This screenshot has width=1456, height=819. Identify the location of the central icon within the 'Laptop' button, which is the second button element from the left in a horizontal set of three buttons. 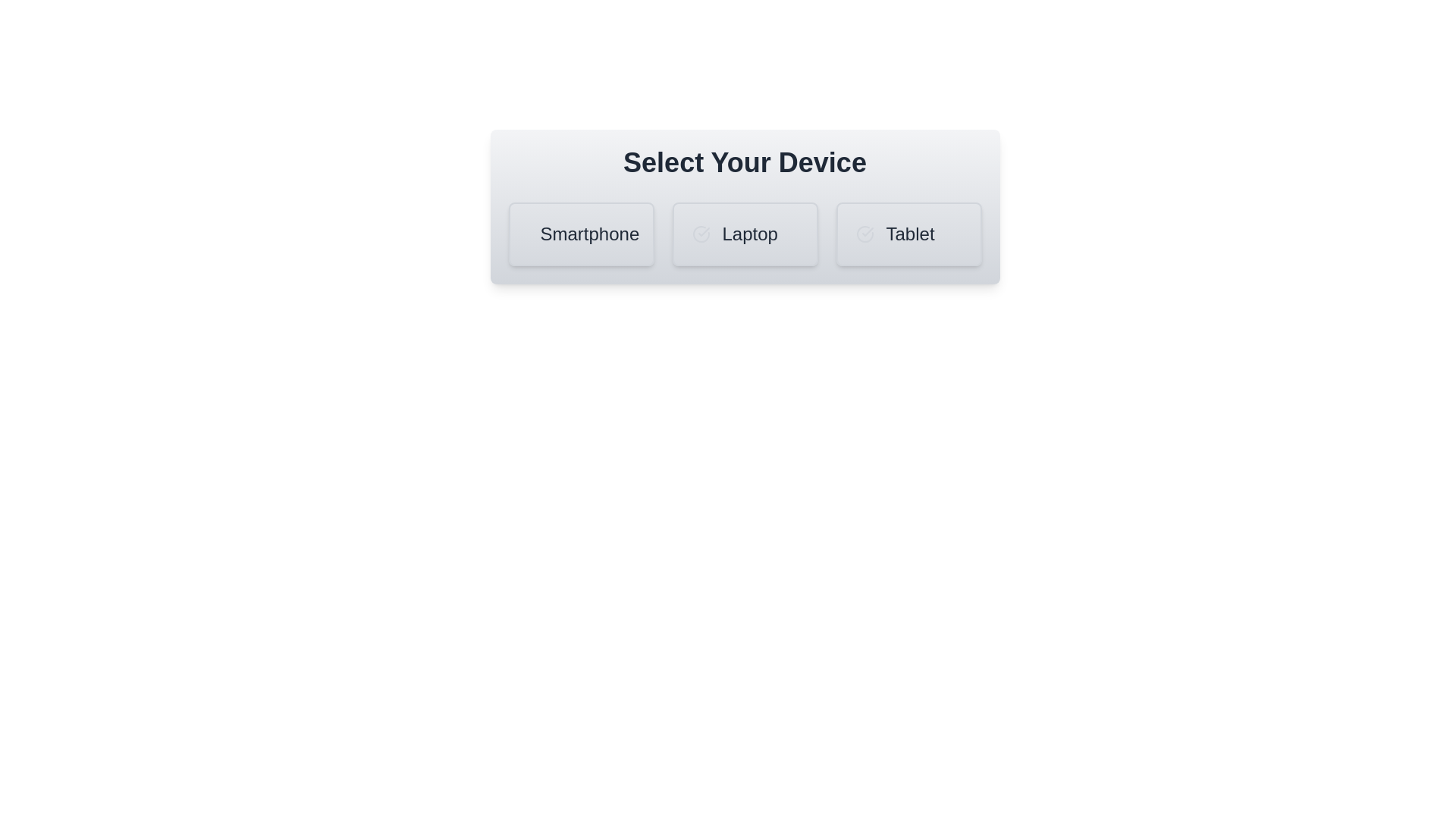
(702, 231).